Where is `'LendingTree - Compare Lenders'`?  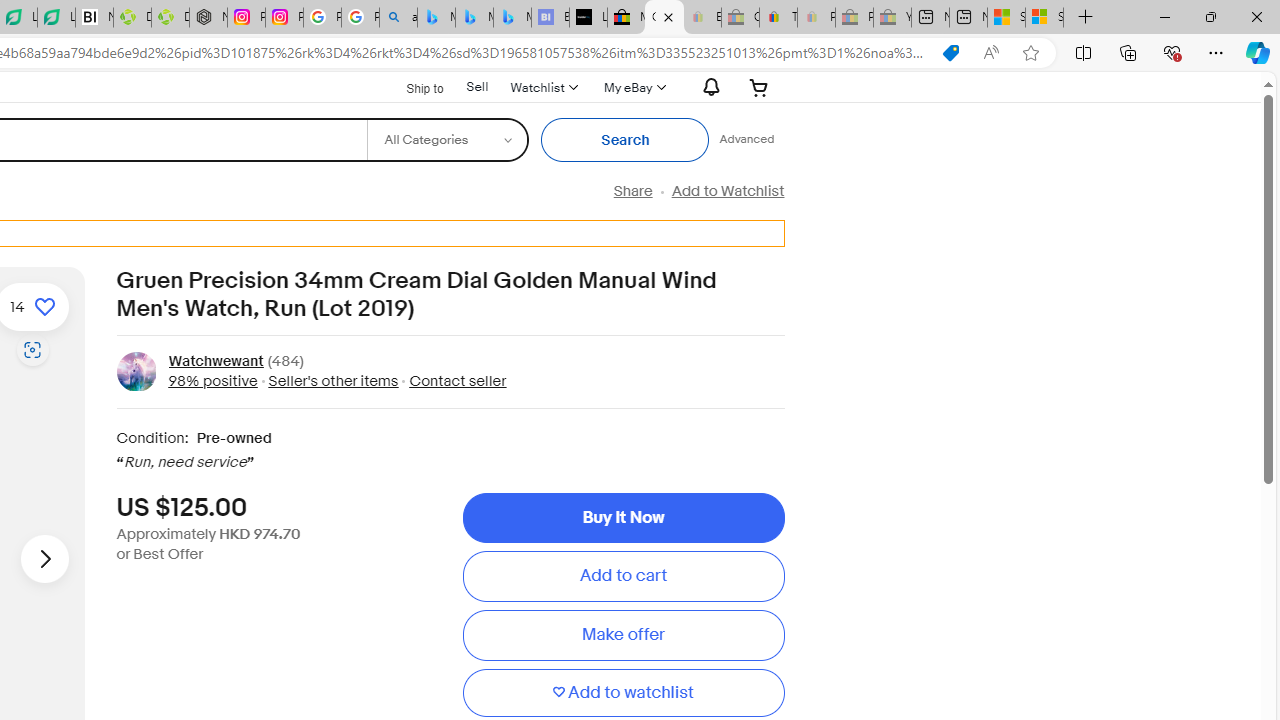 'LendingTree - Compare Lenders' is located at coordinates (56, 17).